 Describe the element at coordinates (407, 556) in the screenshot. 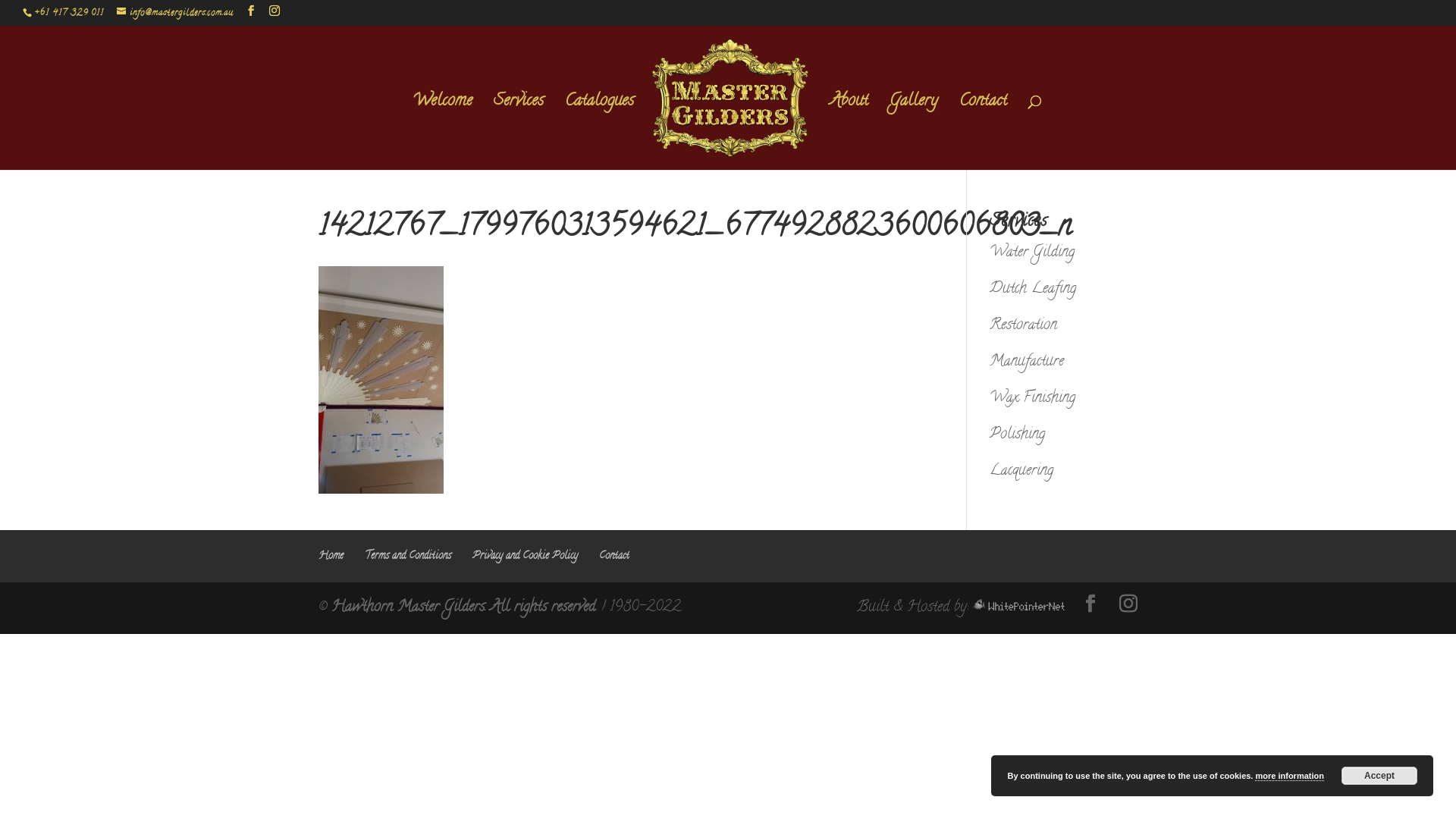

I see `'Terms and Conditions'` at that location.